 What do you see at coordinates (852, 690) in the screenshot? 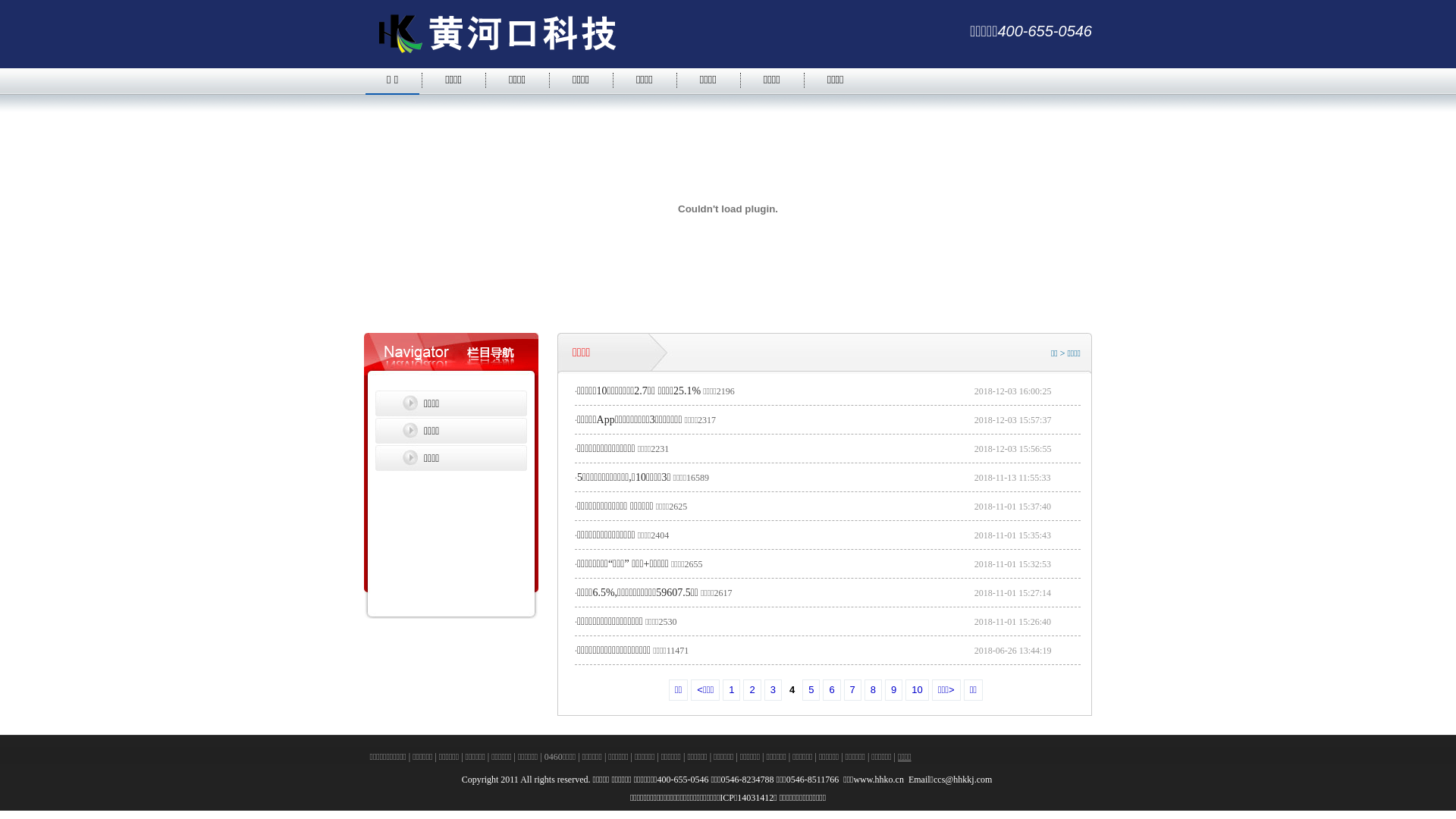
I see `'7'` at bounding box center [852, 690].